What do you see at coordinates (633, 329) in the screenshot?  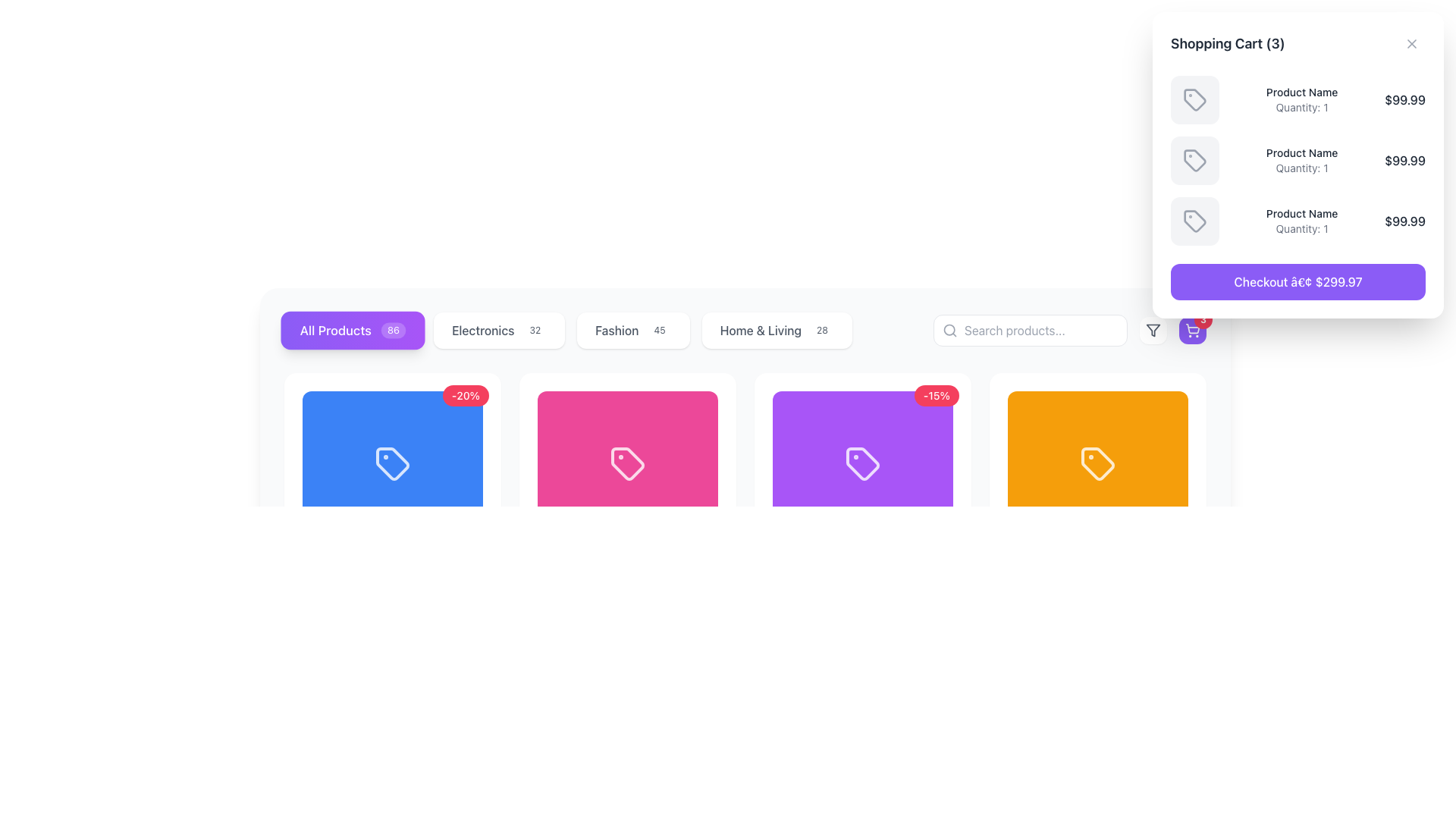 I see `the 'Fashion' button, which is a rectangular button with rounded corners and contains the text 'Fashion 45'` at bounding box center [633, 329].